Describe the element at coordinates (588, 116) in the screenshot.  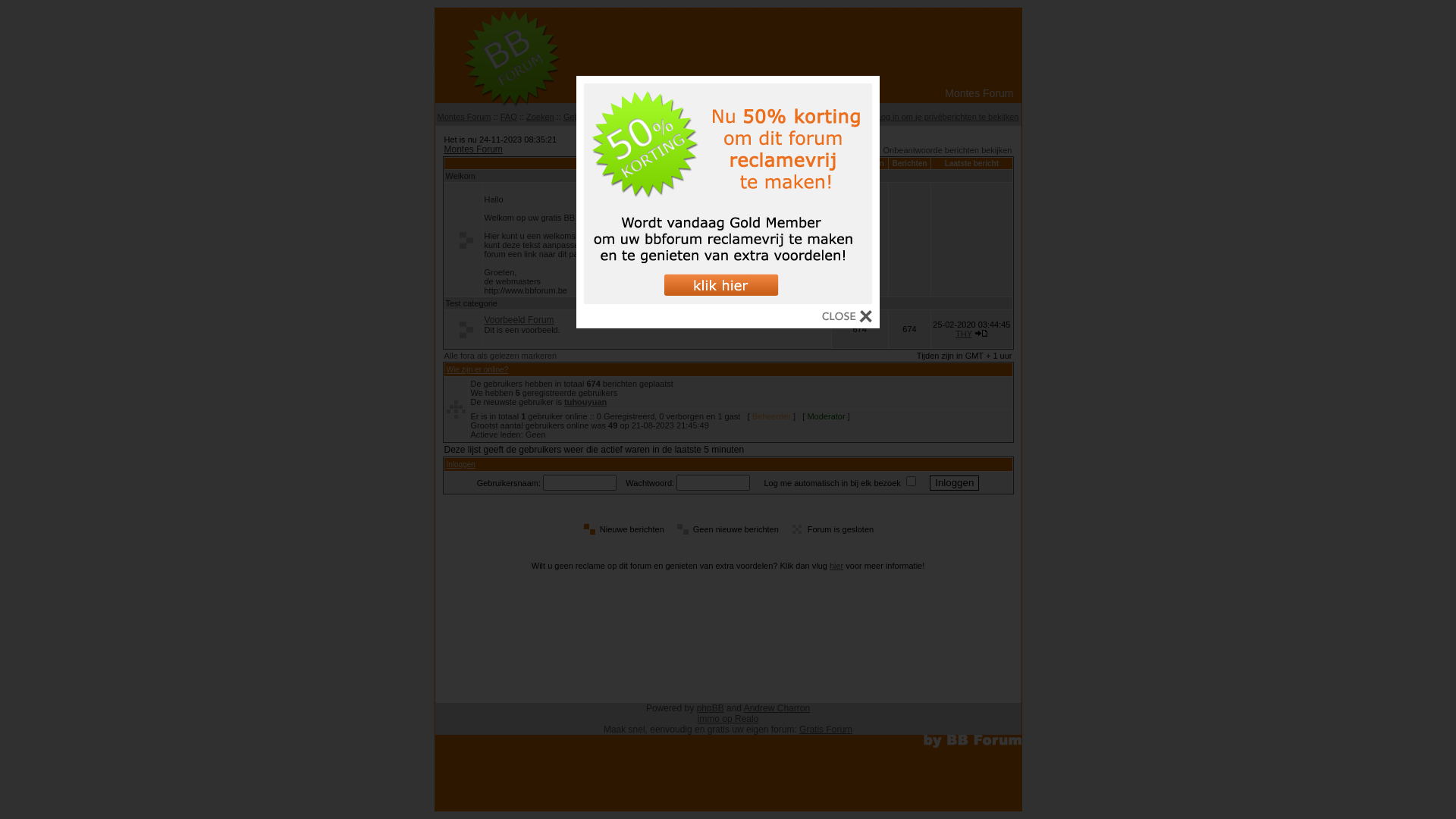
I see `'Gebruikerslijst'` at that location.